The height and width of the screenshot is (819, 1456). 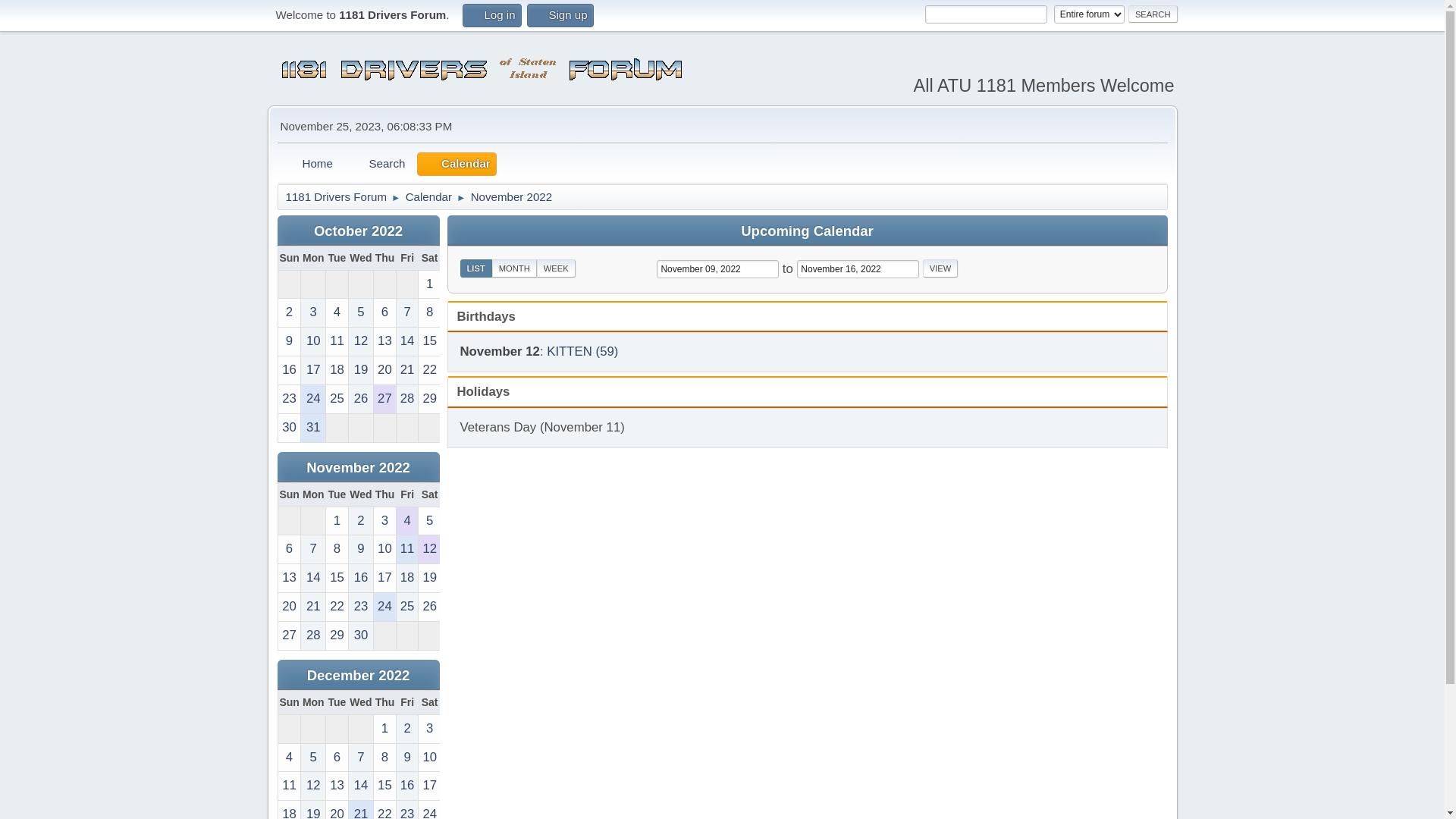 I want to click on '1', so click(x=384, y=728).